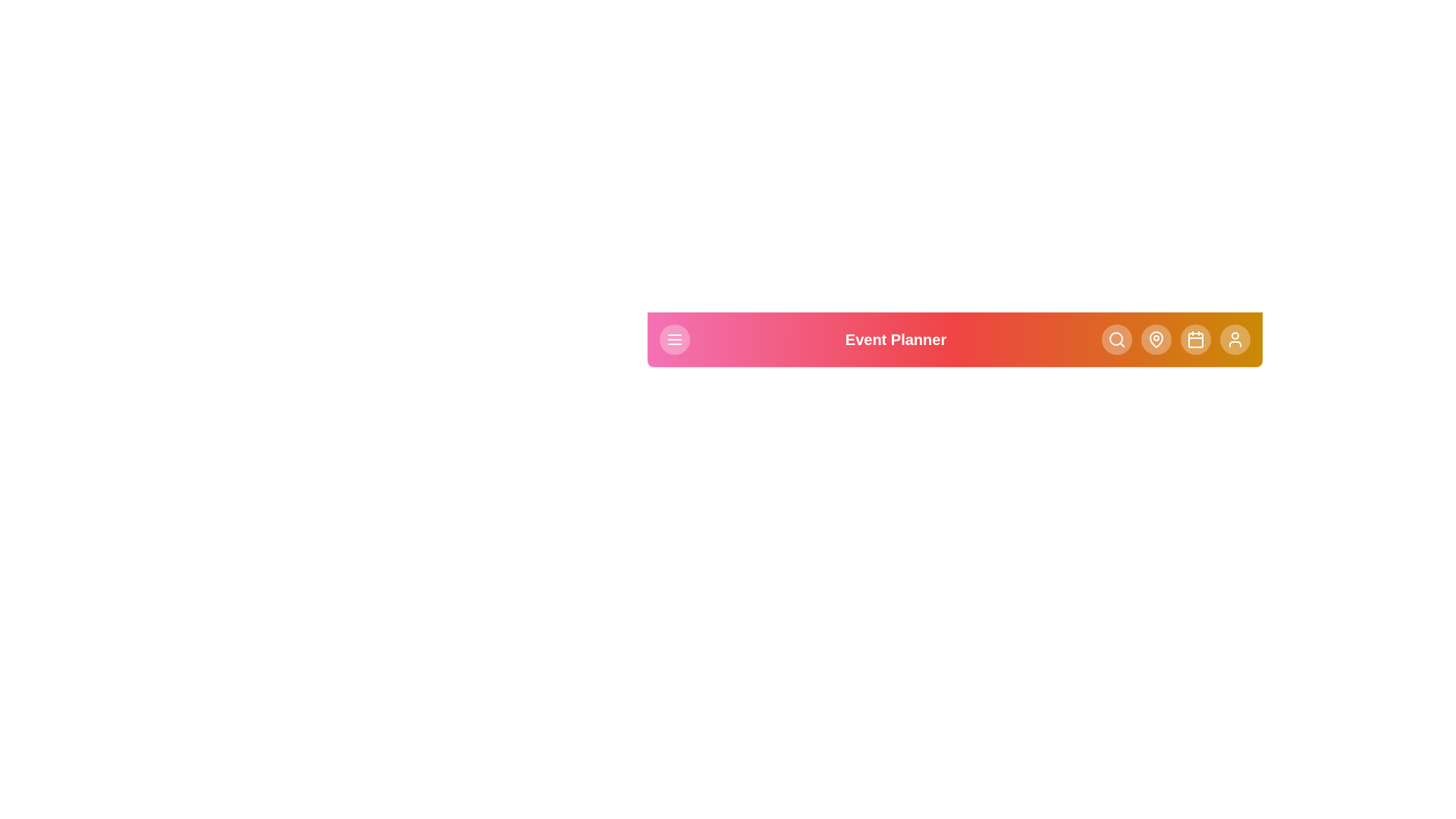 Image resolution: width=1456 pixels, height=819 pixels. Describe the element at coordinates (1117, 338) in the screenshot. I see `the 'Discover' button in the navigation bar` at that location.